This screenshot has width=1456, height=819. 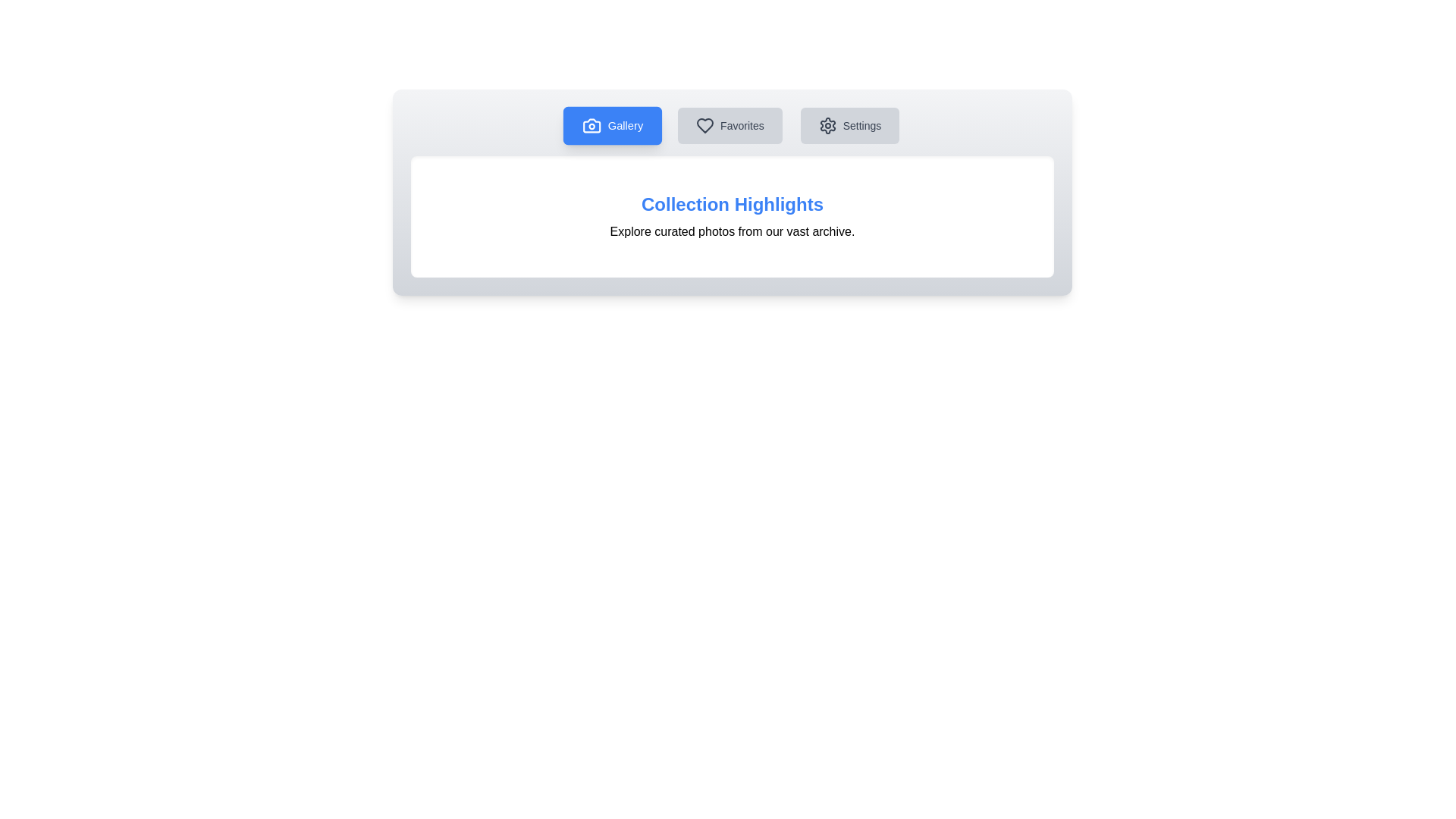 What do you see at coordinates (729, 124) in the screenshot?
I see `the Favorites tab` at bounding box center [729, 124].